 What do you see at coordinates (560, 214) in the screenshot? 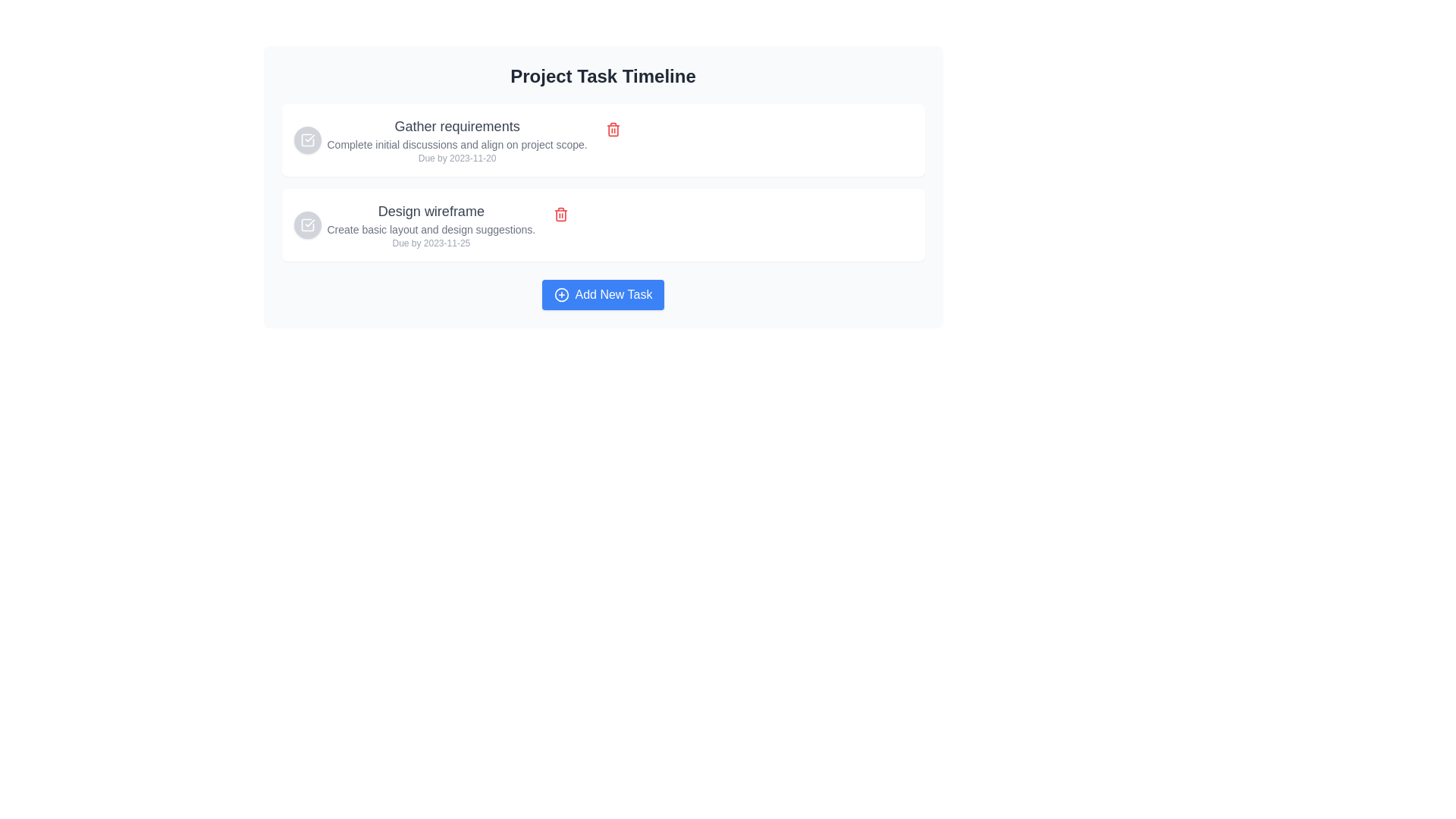
I see `the circular red button with a trash can icon` at bounding box center [560, 214].